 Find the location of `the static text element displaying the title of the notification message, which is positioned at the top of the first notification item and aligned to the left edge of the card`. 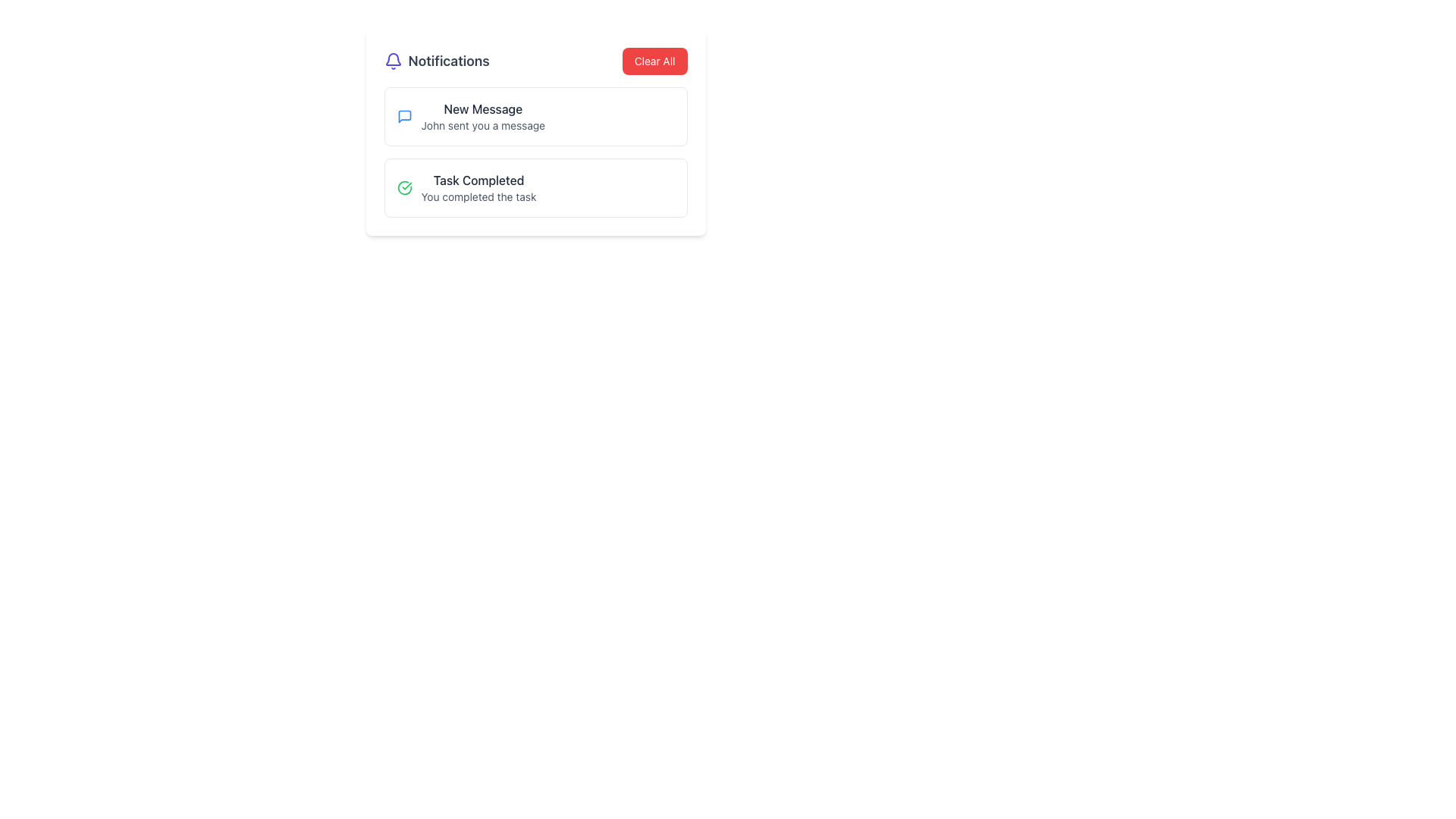

the static text element displaying the title of the notification message, which is positioned at the top of the first notification item and aligned to the left edge of the card is located at coordinates (482, 108).